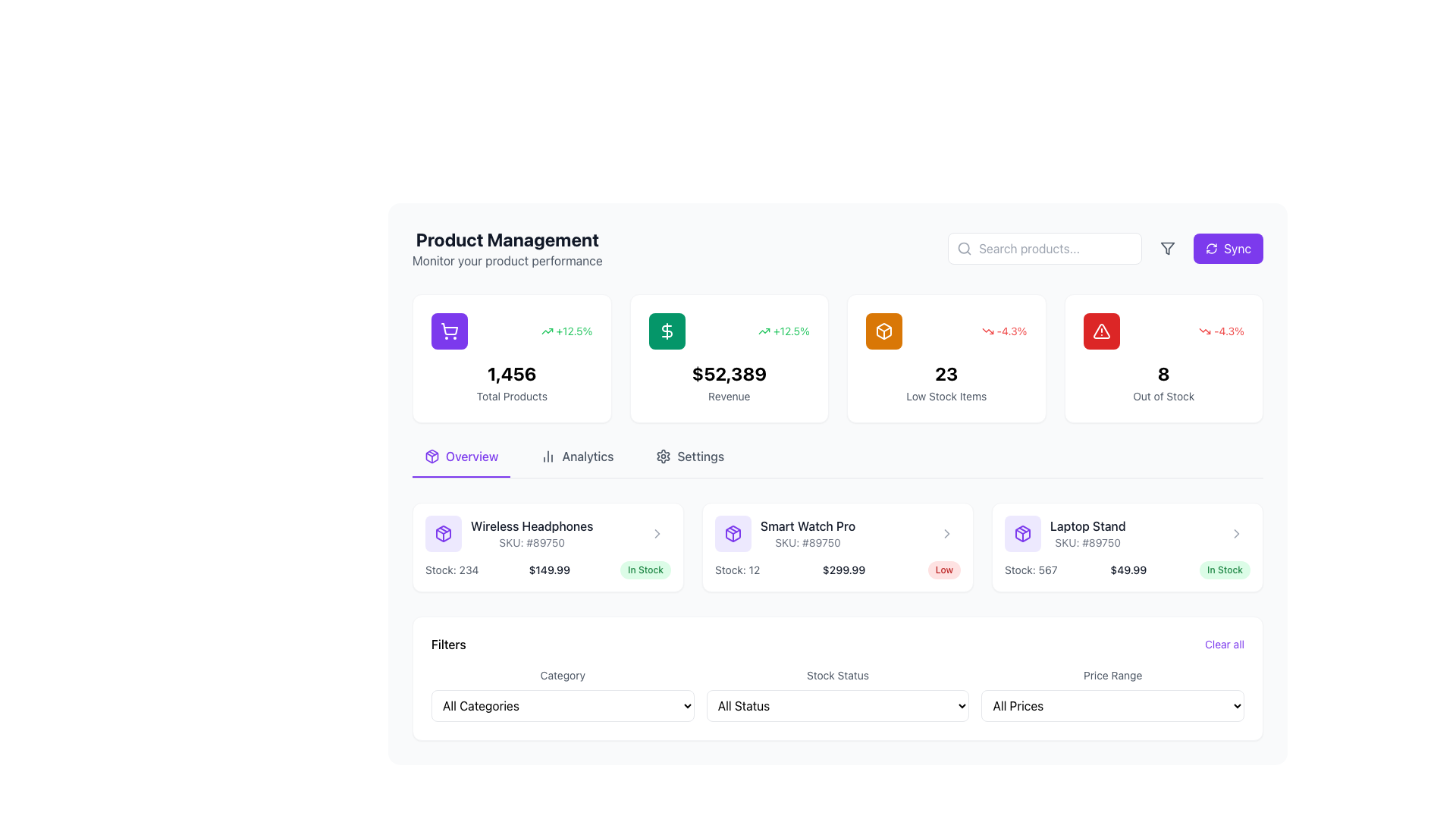  Describe the element at coordinates (884, 330) in the screenshot. I see `the decorative icon indicating low-stock items located within the orange tile displaying the number 23 and the header 'Low Stock Items'` at that location.